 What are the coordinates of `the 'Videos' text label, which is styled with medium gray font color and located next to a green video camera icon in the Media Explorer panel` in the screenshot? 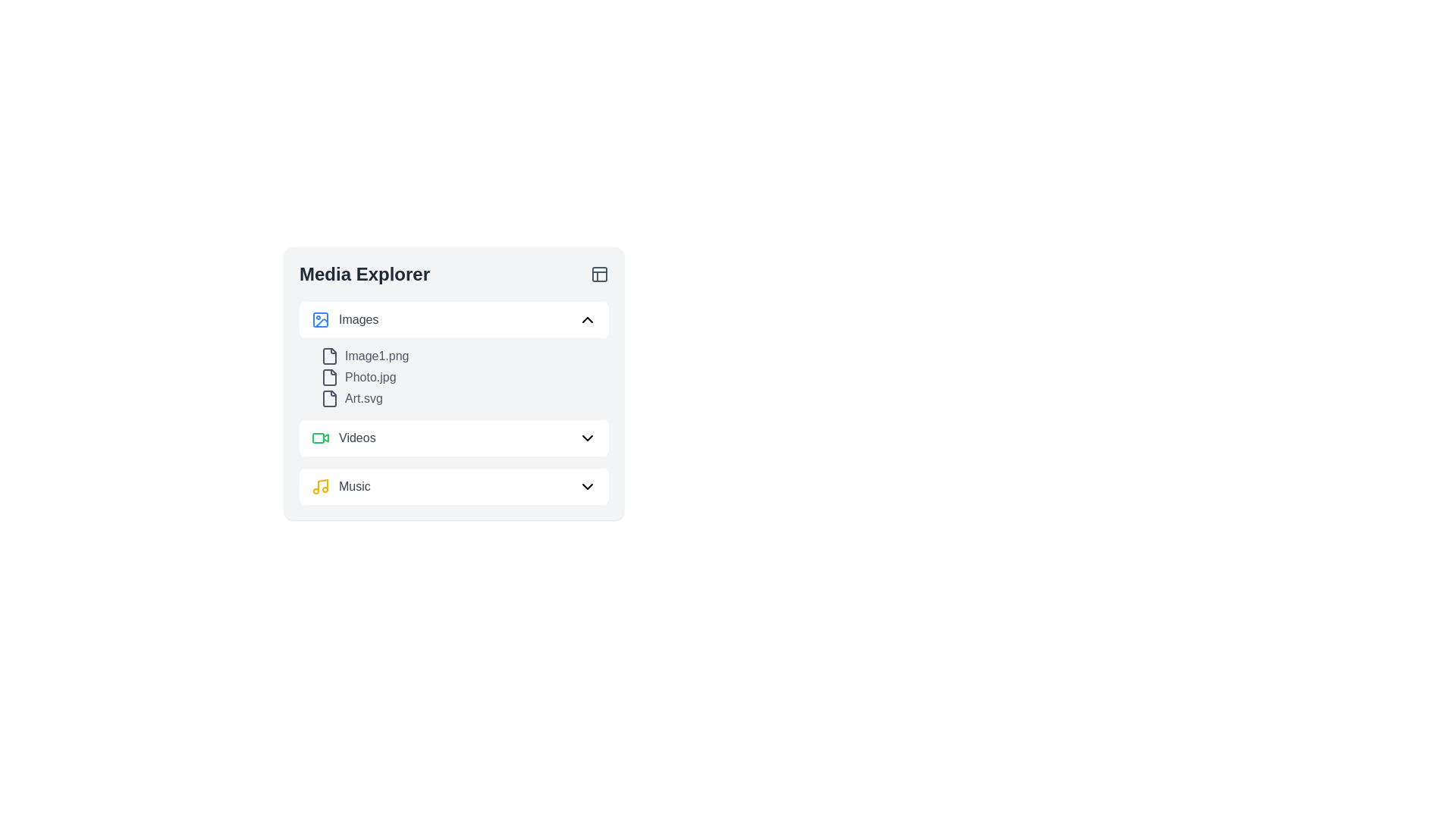 It's located at (343, 438).